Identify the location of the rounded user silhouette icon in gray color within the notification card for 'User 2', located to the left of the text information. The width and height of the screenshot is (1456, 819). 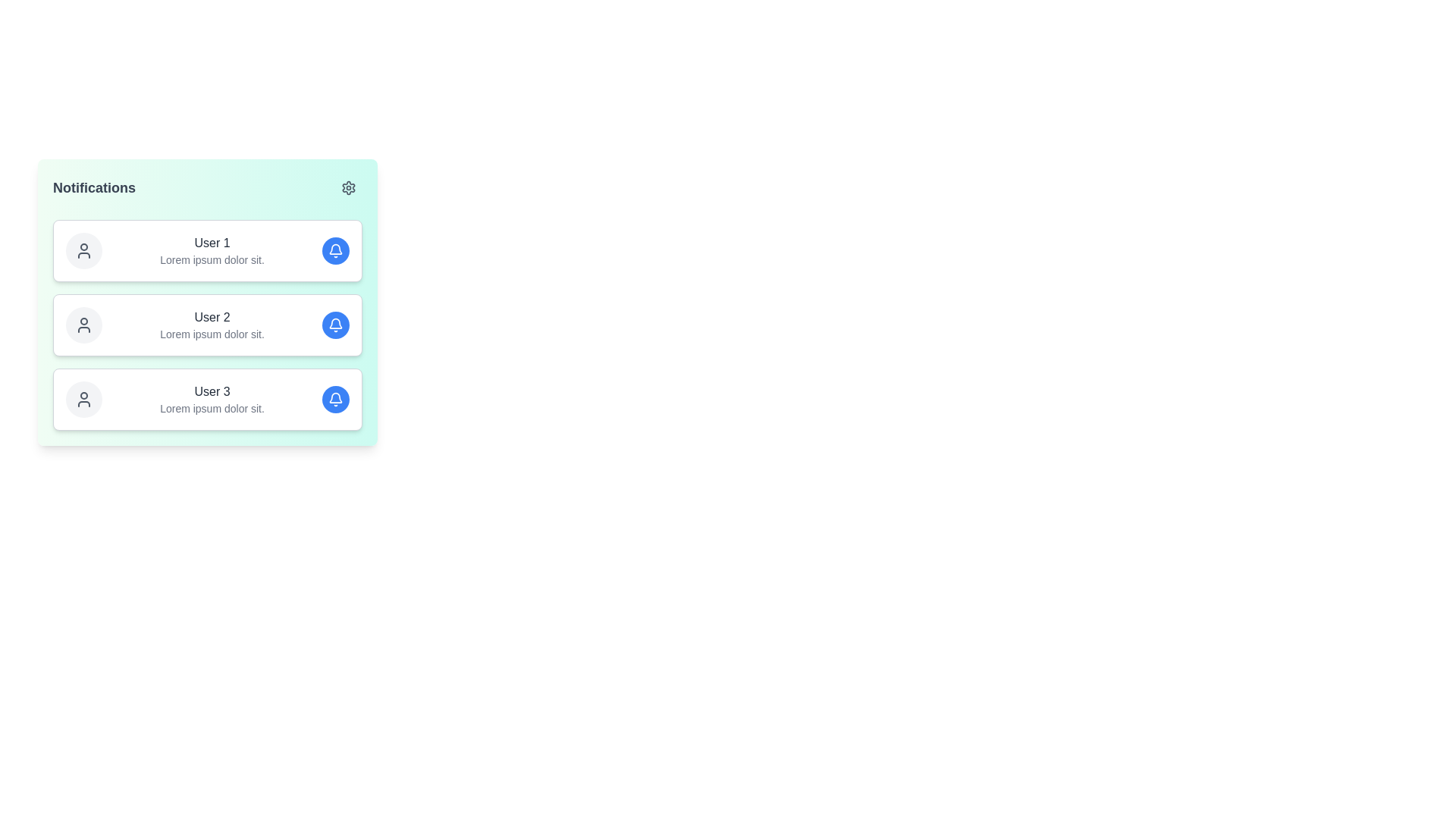
(83, 324).